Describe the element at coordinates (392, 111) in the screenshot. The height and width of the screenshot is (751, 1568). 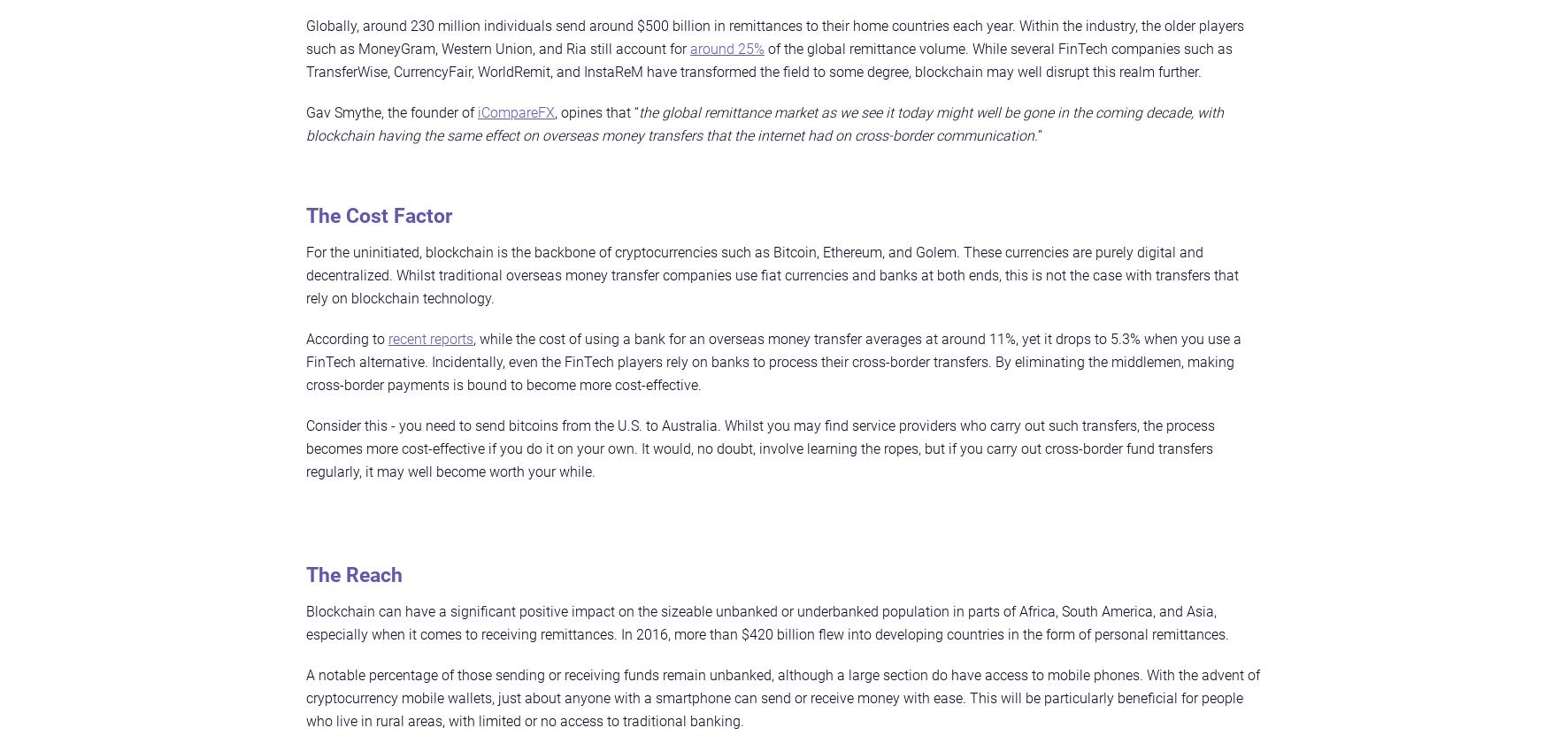
I see `'Gav Smythe, the founder of'` at that location.